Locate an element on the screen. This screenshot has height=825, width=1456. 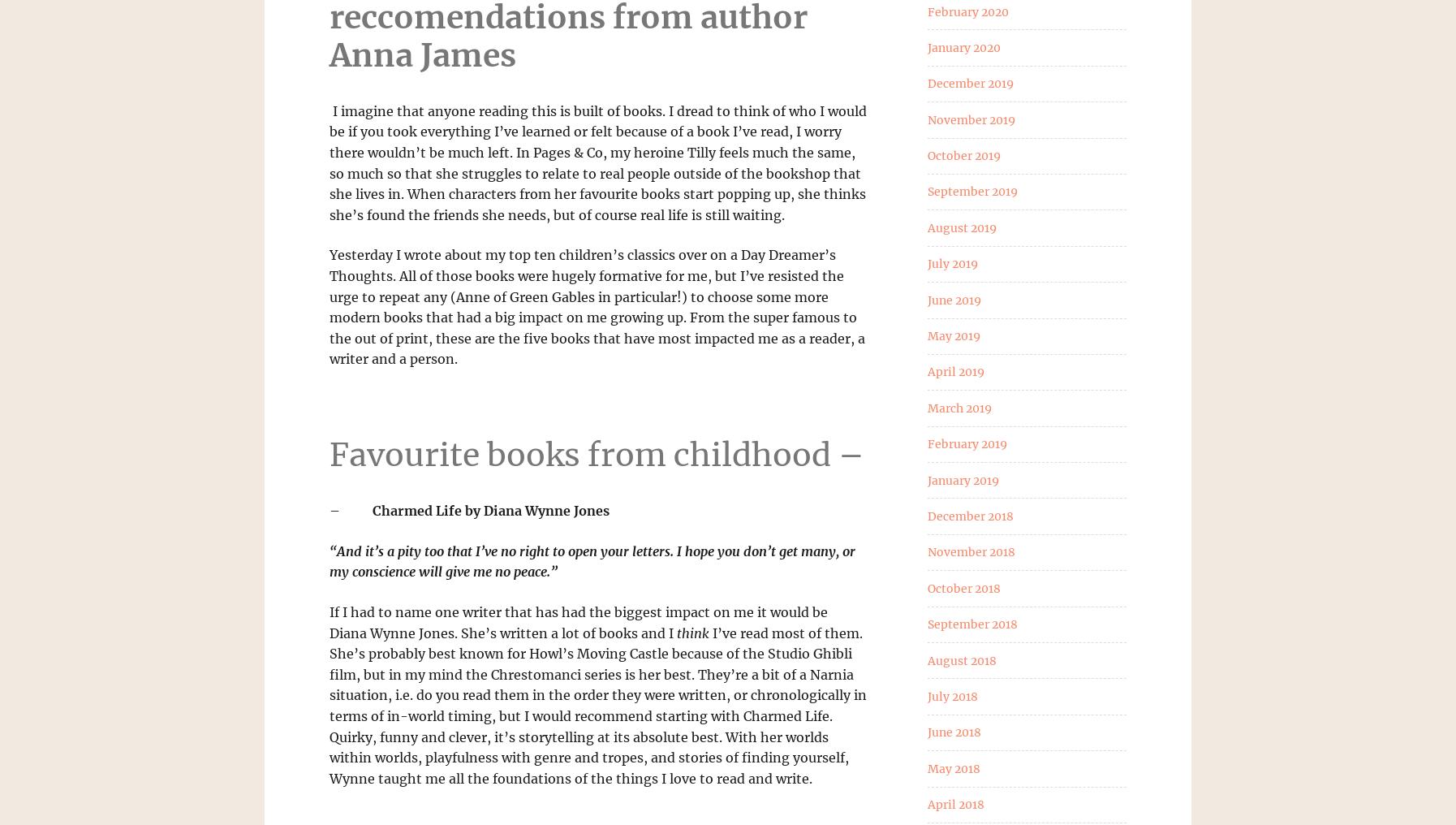
'November 2019' is located at coordinates (926, 119).